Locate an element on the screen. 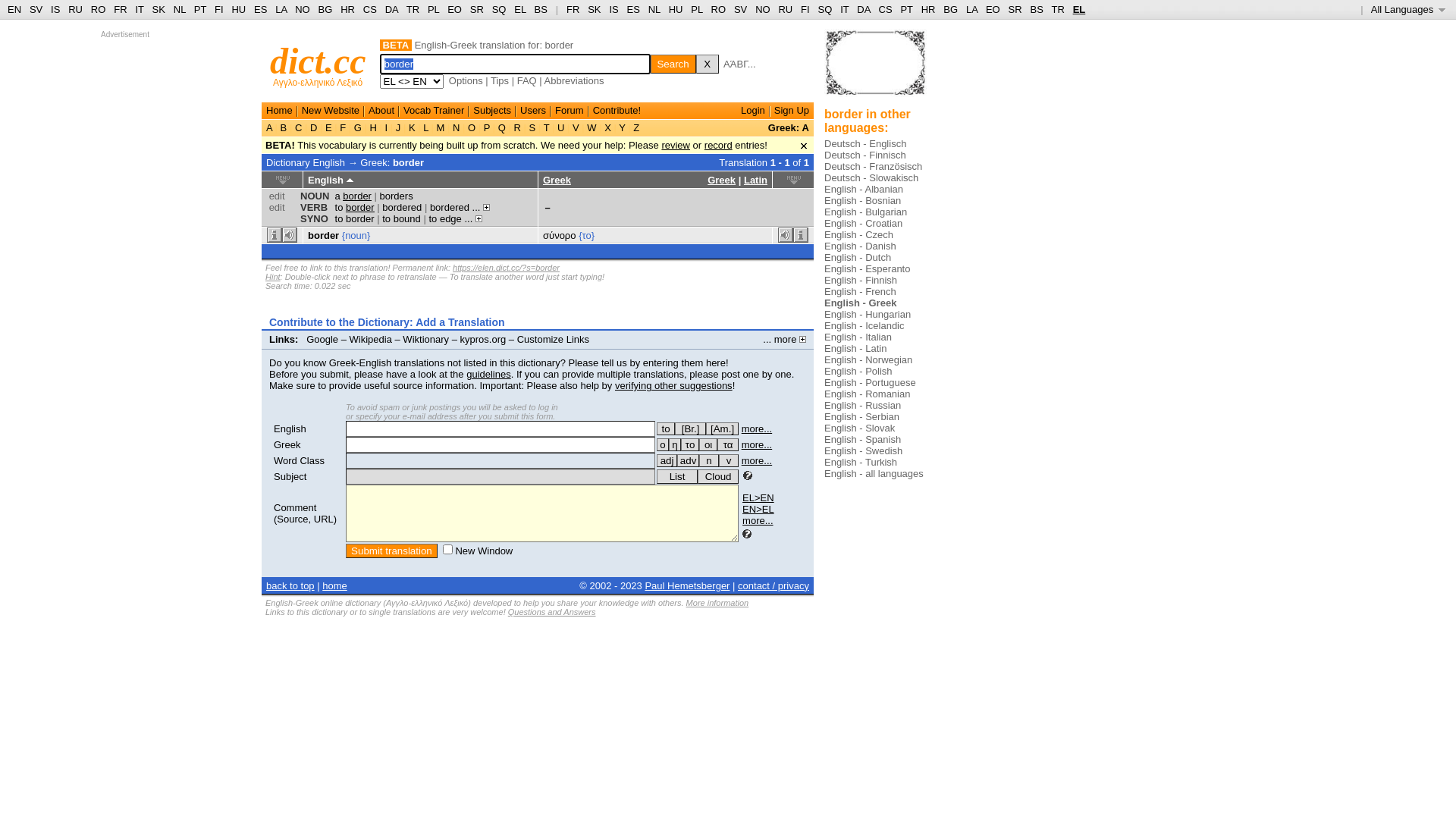 Image resolution: width=1456 pixels, height=819 pixels. 'Questions and Answers' is located at coordinates (551, 610).